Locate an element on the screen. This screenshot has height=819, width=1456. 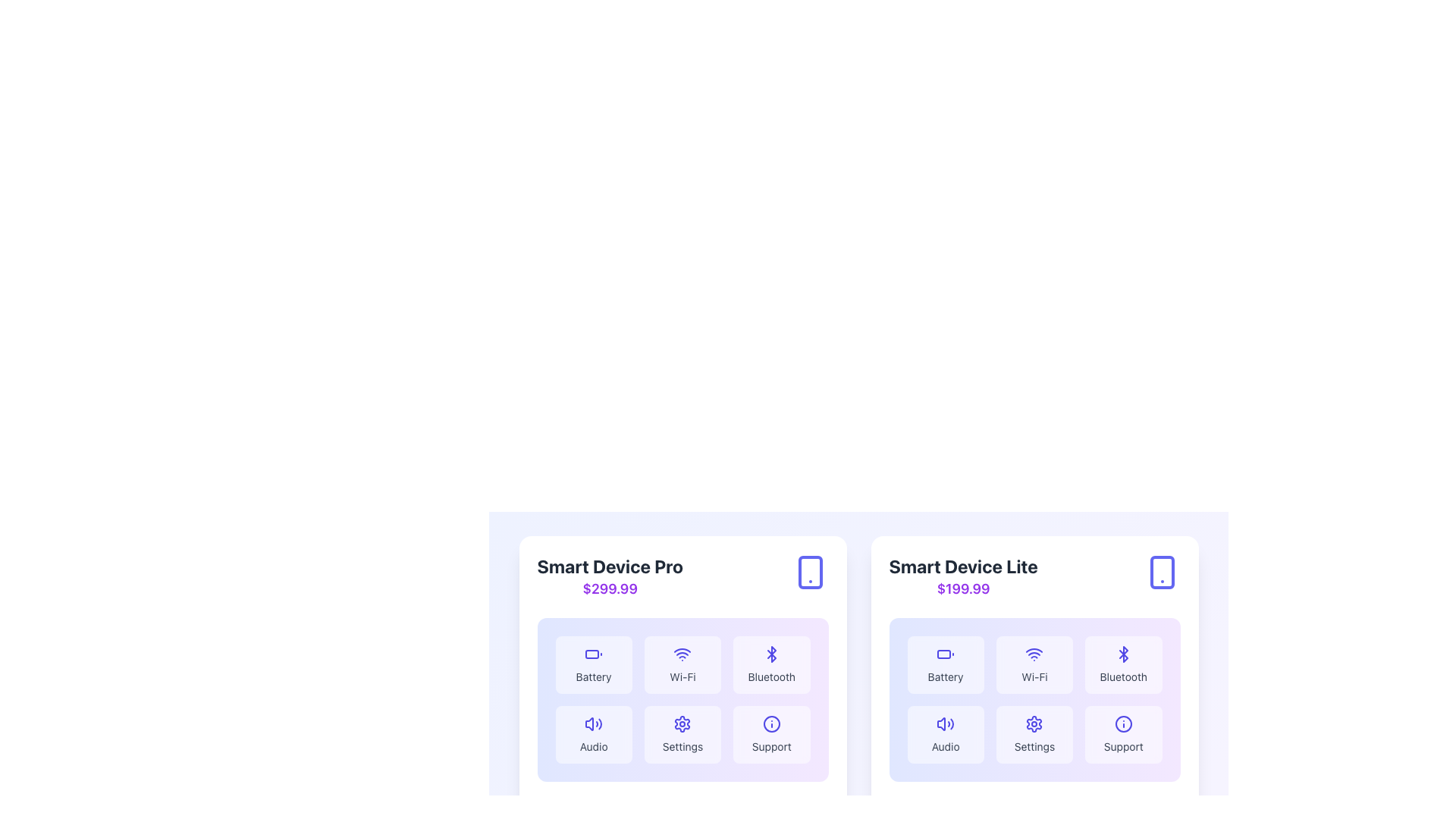
the price label displaying '$199.99' in bold purple font, located directly below the heading 'Smart Device Lite' within the card titled 'Smart Device Lite' is located at coordinates (962, 588).